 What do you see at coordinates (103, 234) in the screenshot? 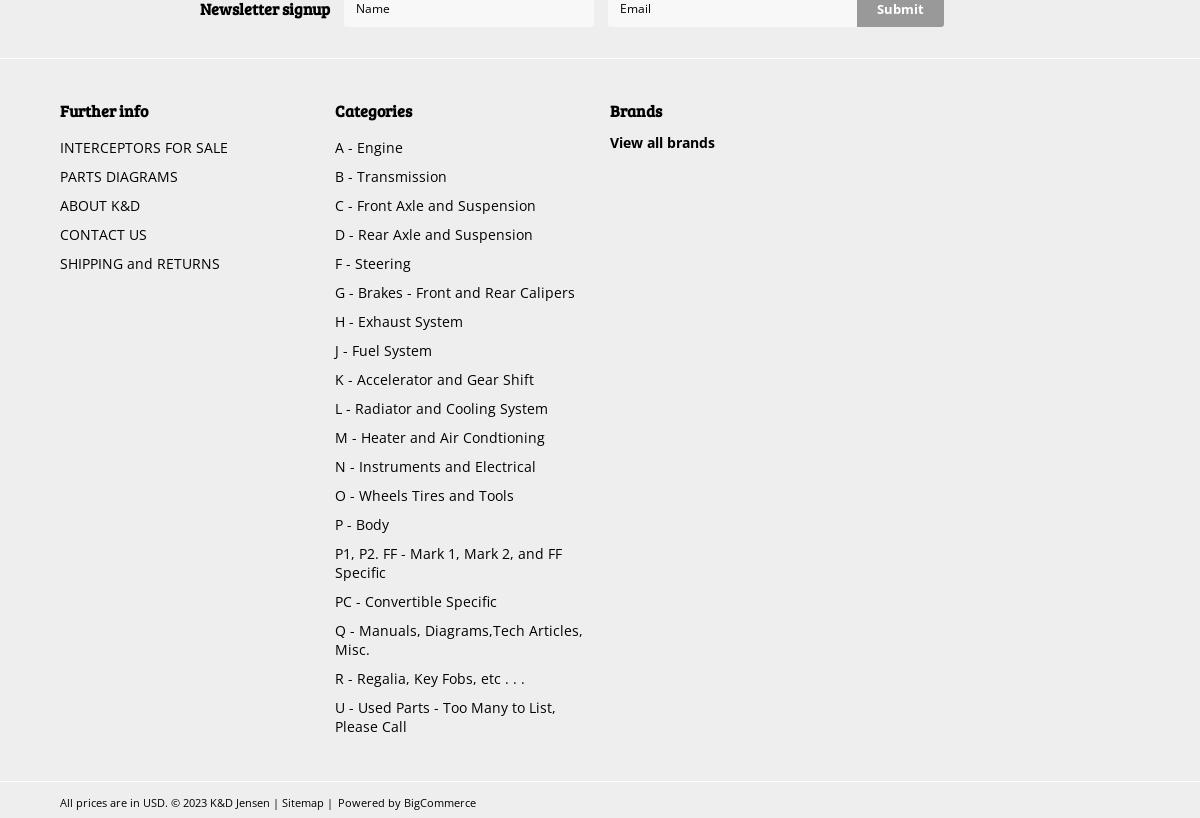
I see `'CONTACT US'` at bounding box center [103, 234].